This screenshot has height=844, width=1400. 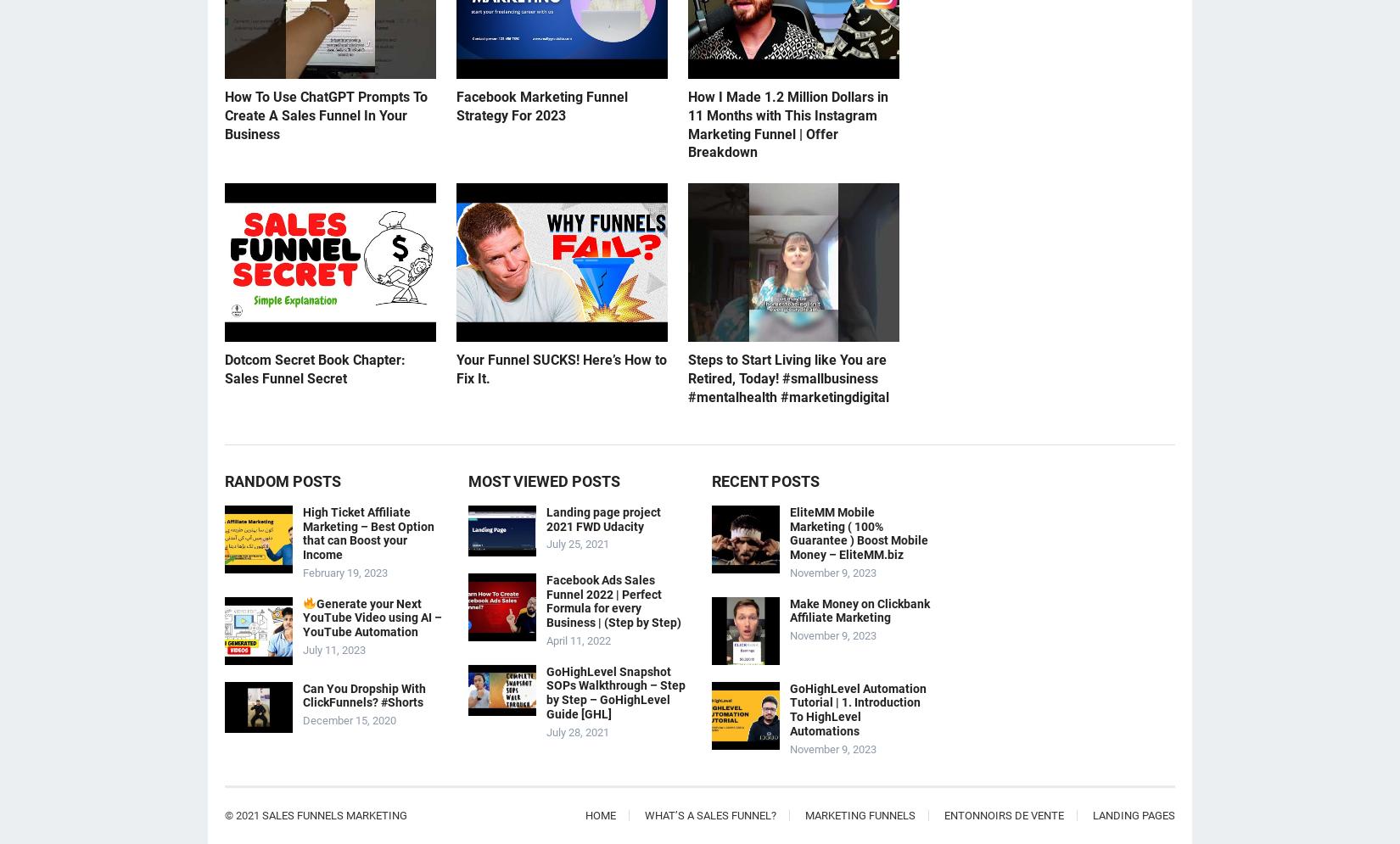 What do you see at coordinates (543, 481) in the screenshot?
I see `'Most Viewed Posts'` at bounding box center [543, 481].